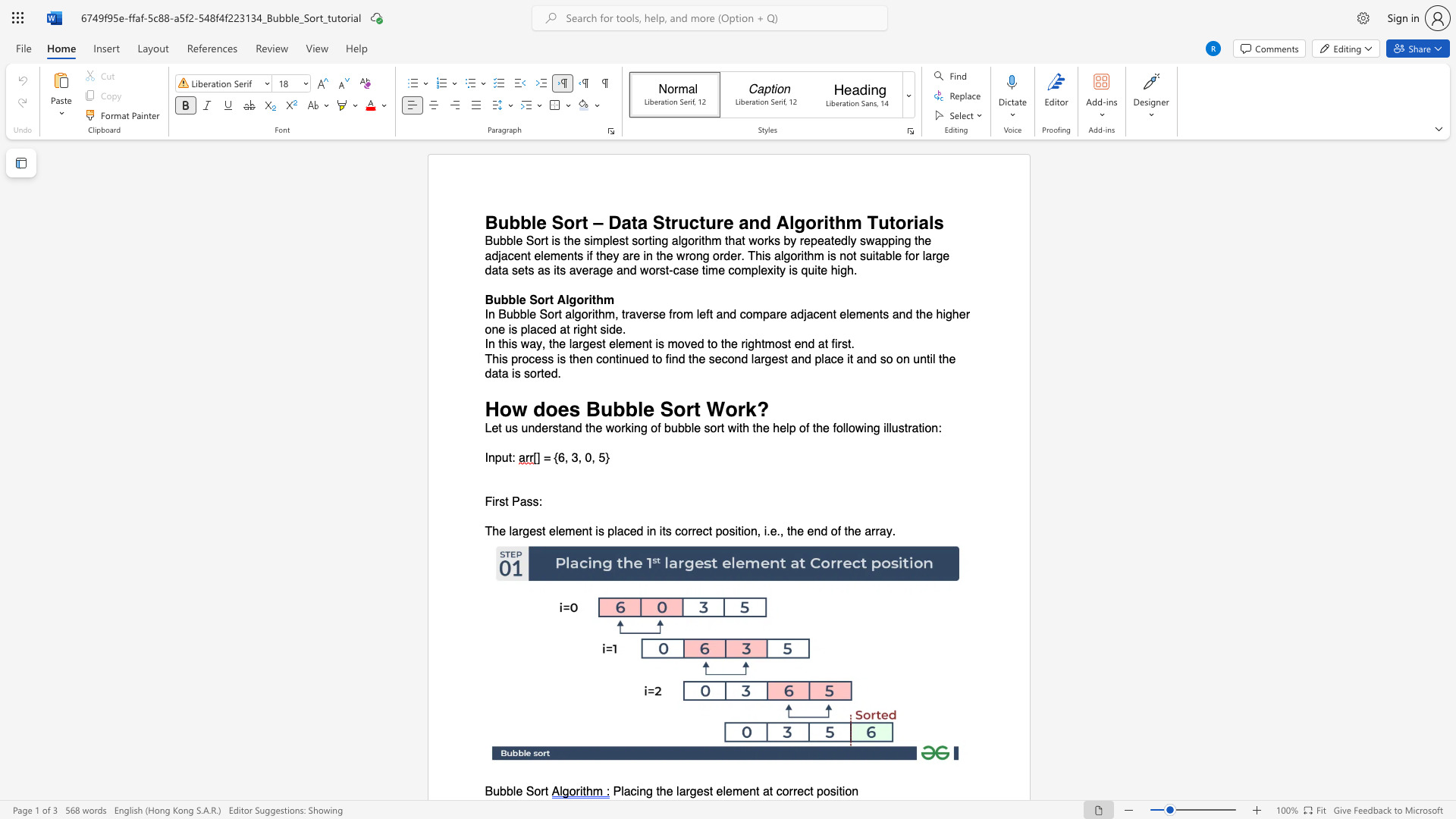 This screenshot has width=1456, height=819. I want to click on the subset text "rt" within the text "Bubble Sort", so click(541, 791).